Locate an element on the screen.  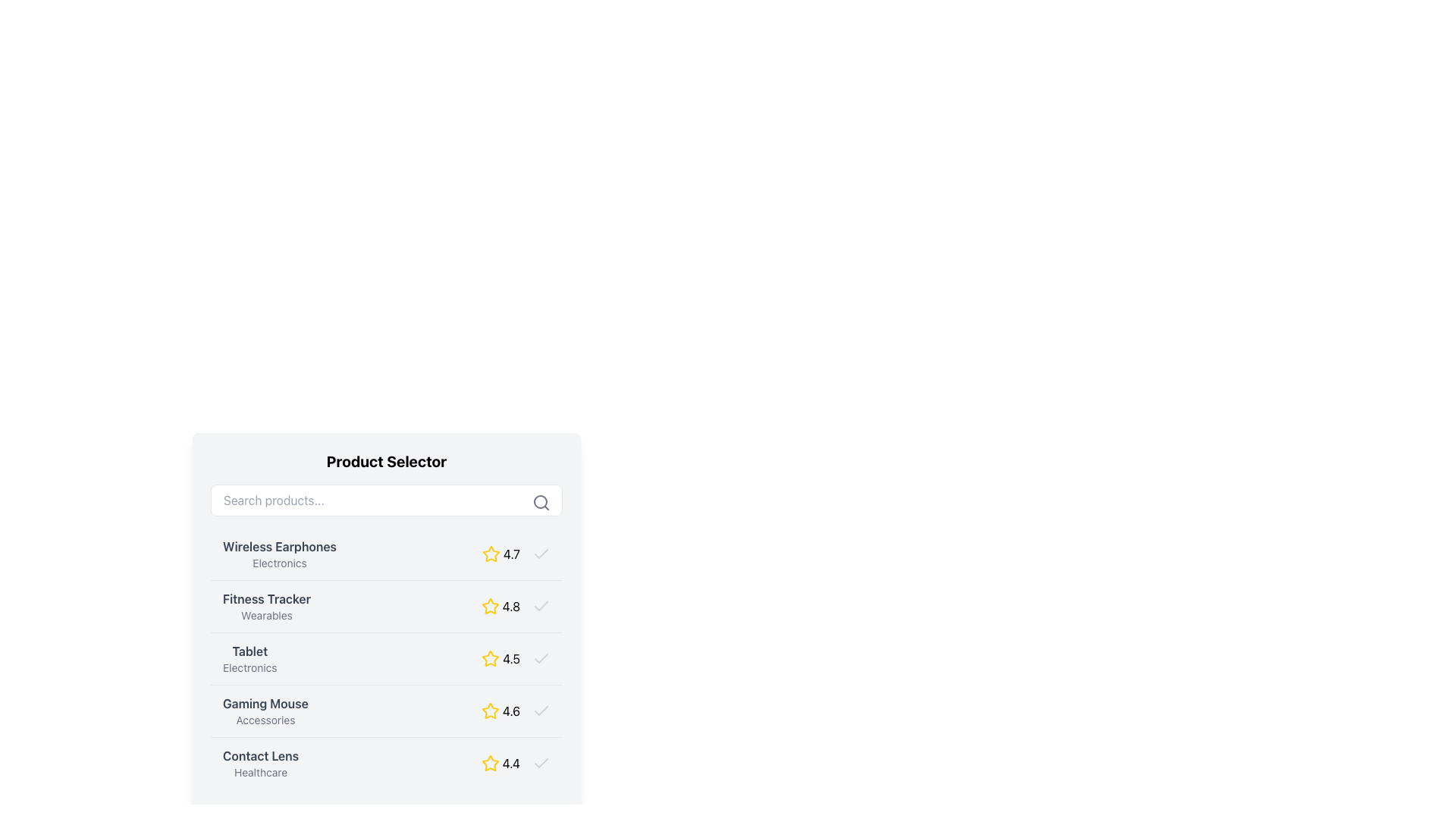
the 'Fitness Tracker' list item label, which is the second item in the 'Product Selector' list, positioned between 'Wireless Earphones' and 'Tablet' is located at coordinates (266, 605).